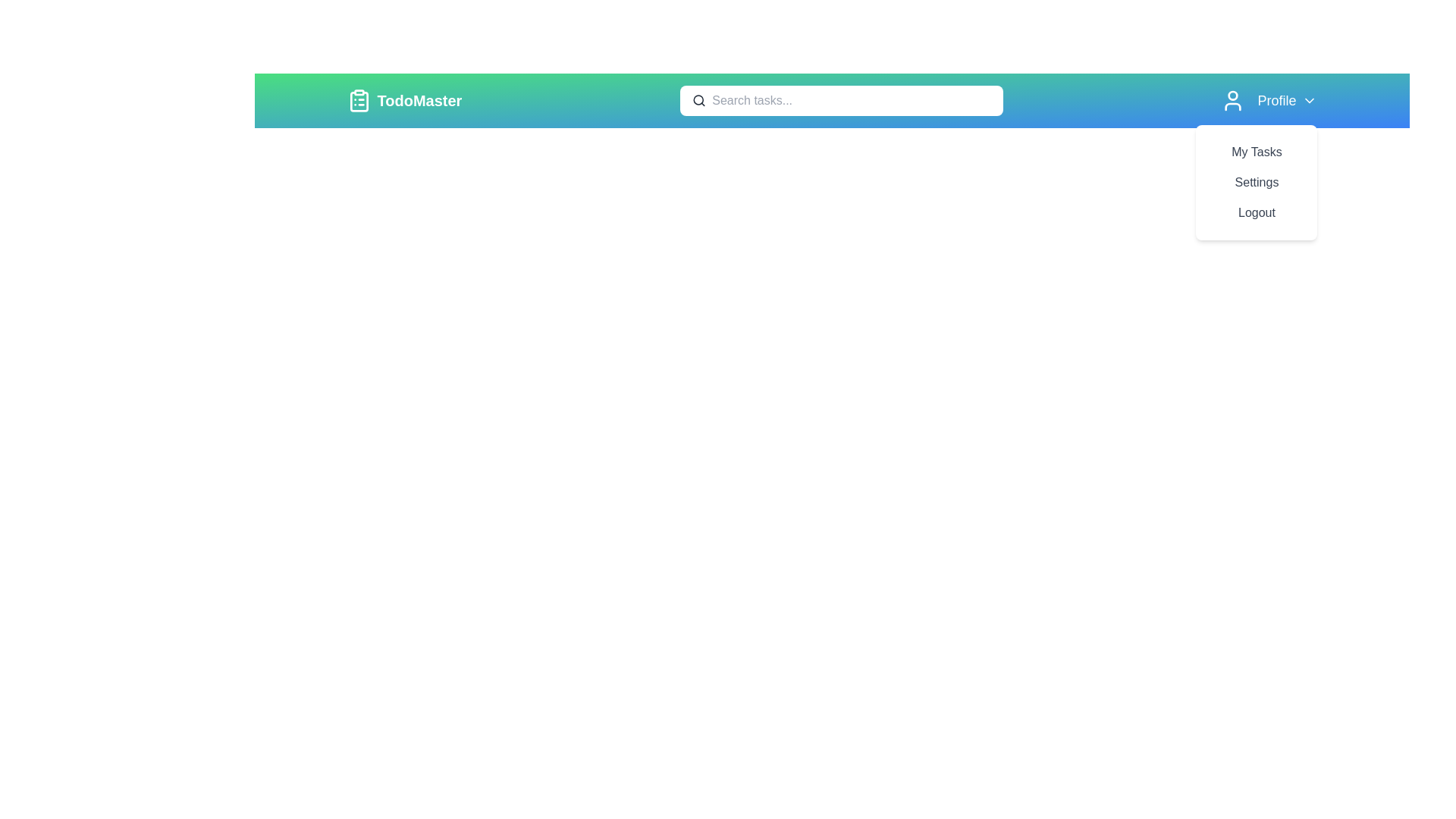 This screenshot has width=1456, height=819. I want to click on the chevron down icon located to the right of the 'Profile' text in the header, so click(1309, 100).